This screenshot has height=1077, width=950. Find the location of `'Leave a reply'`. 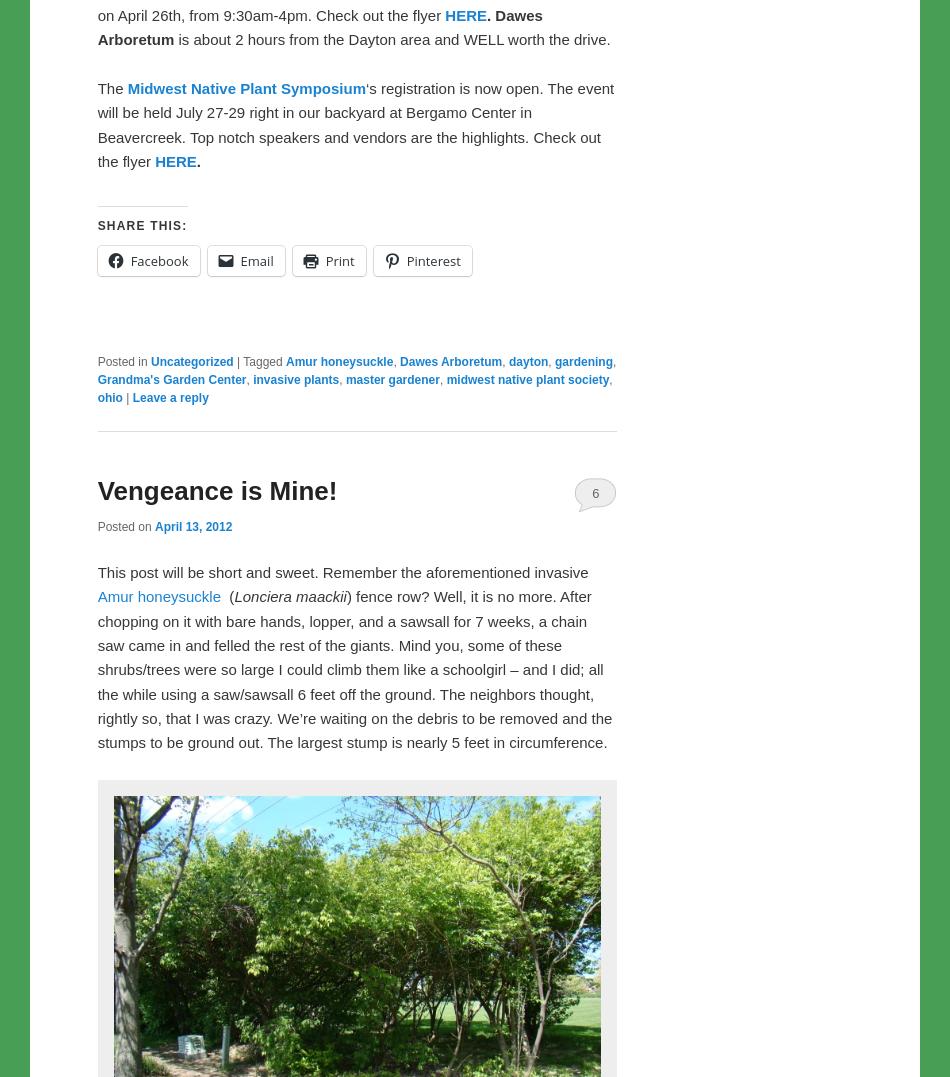

'Leave a reply' is located at coordinates (169, 396).